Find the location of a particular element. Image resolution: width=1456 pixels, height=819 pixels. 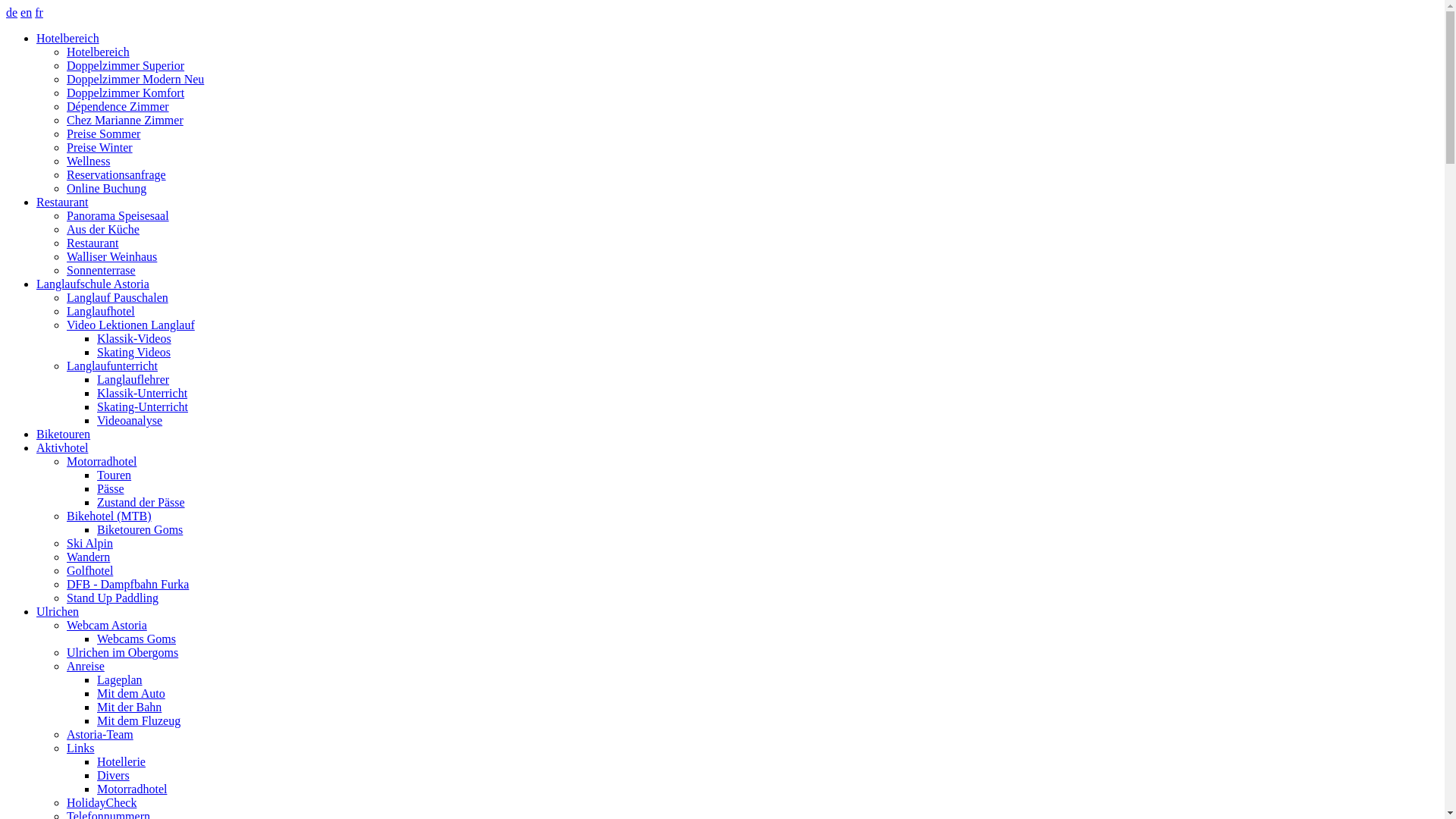

'Skating-Unterricht' is located at coordinates (142, 406).